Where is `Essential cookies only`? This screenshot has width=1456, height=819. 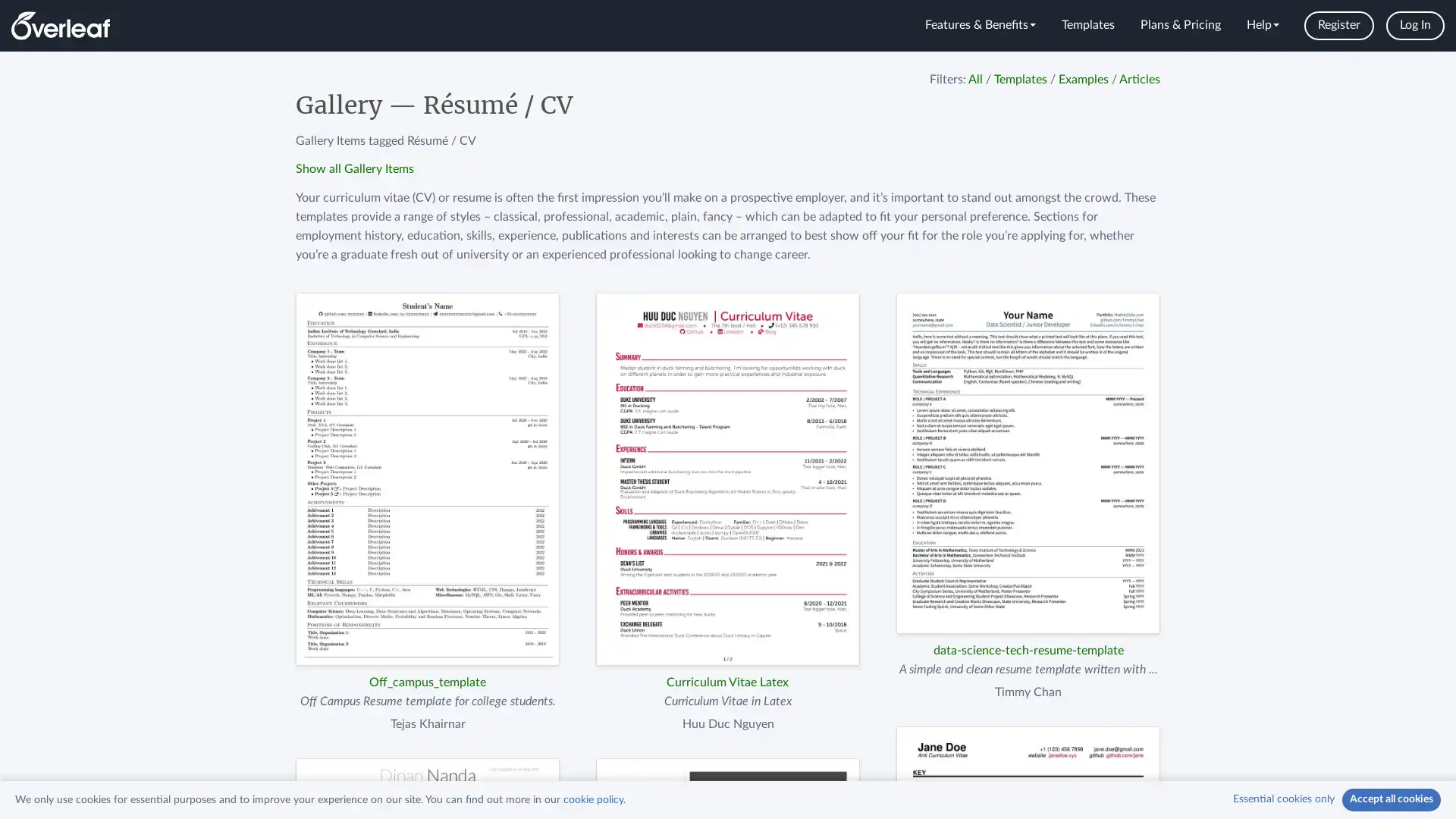 Essential cookies only is located at coordinates (1283, 799).